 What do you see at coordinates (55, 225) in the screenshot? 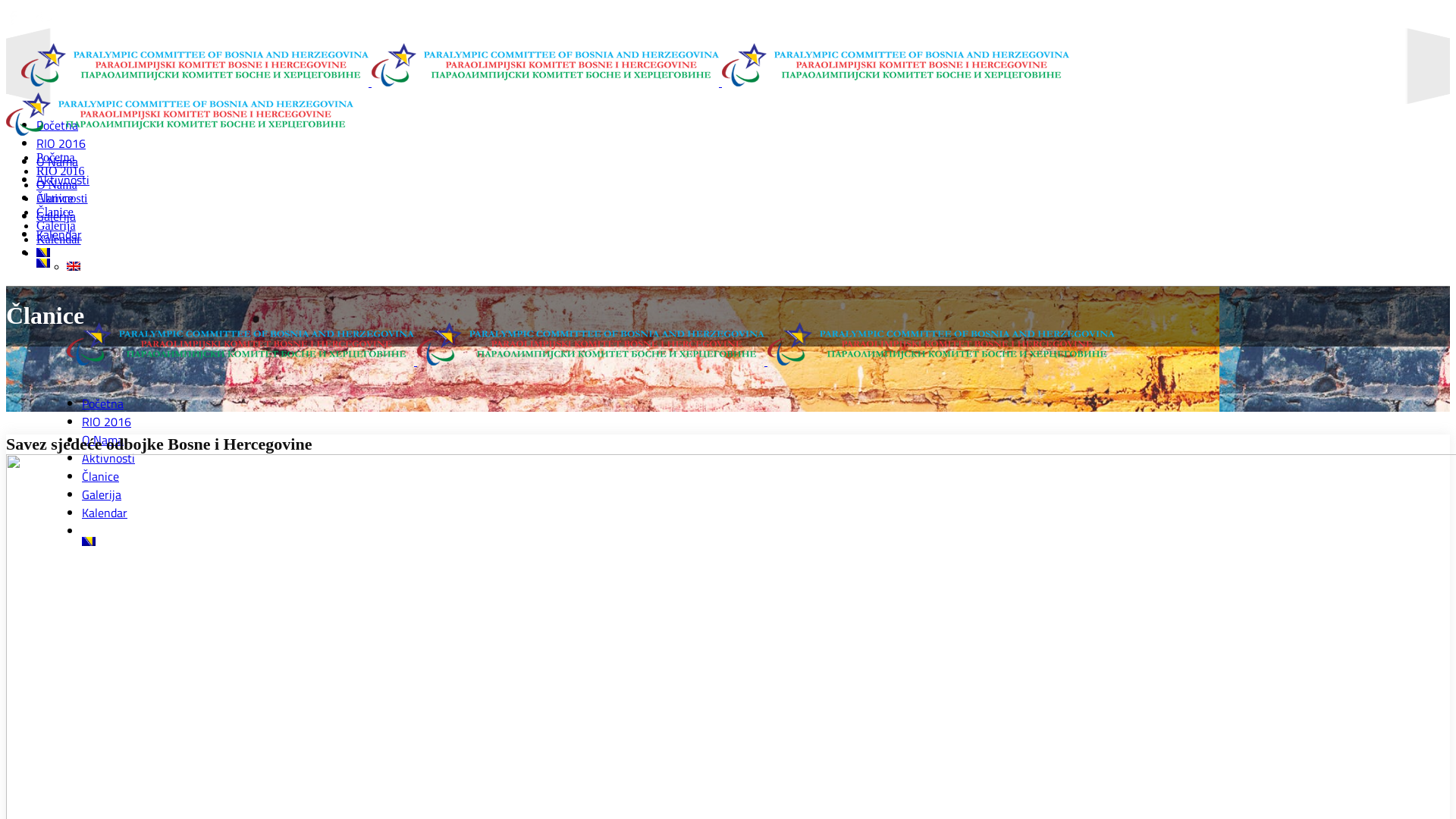
I see `'Galerija'` at bounding box center [55, 225].